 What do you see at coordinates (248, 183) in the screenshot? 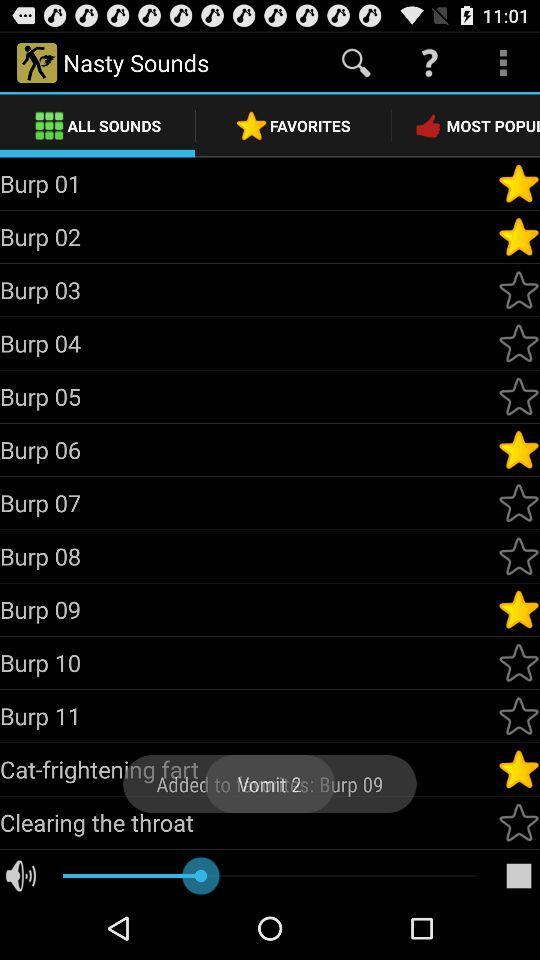
I see `burp 01 app` at bounding box center [248, 183].